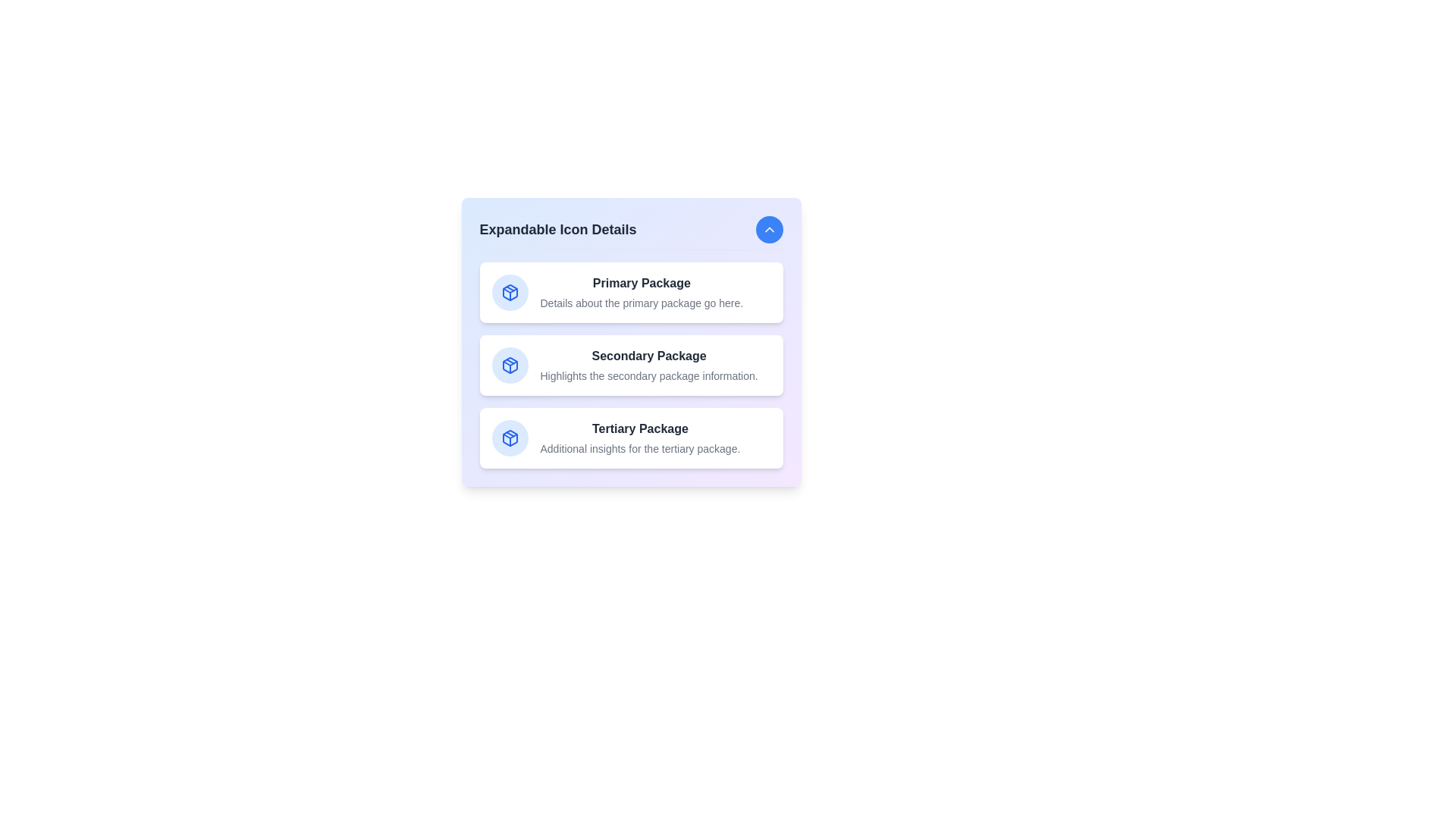 This screenshot has height=819, width=1456. Describe the element at coordinates (769, 230) in the screenshot. I see `the circular blue button with a white upward chevron icon in the header of the 'Expandable Icon Details' panel` at that location.